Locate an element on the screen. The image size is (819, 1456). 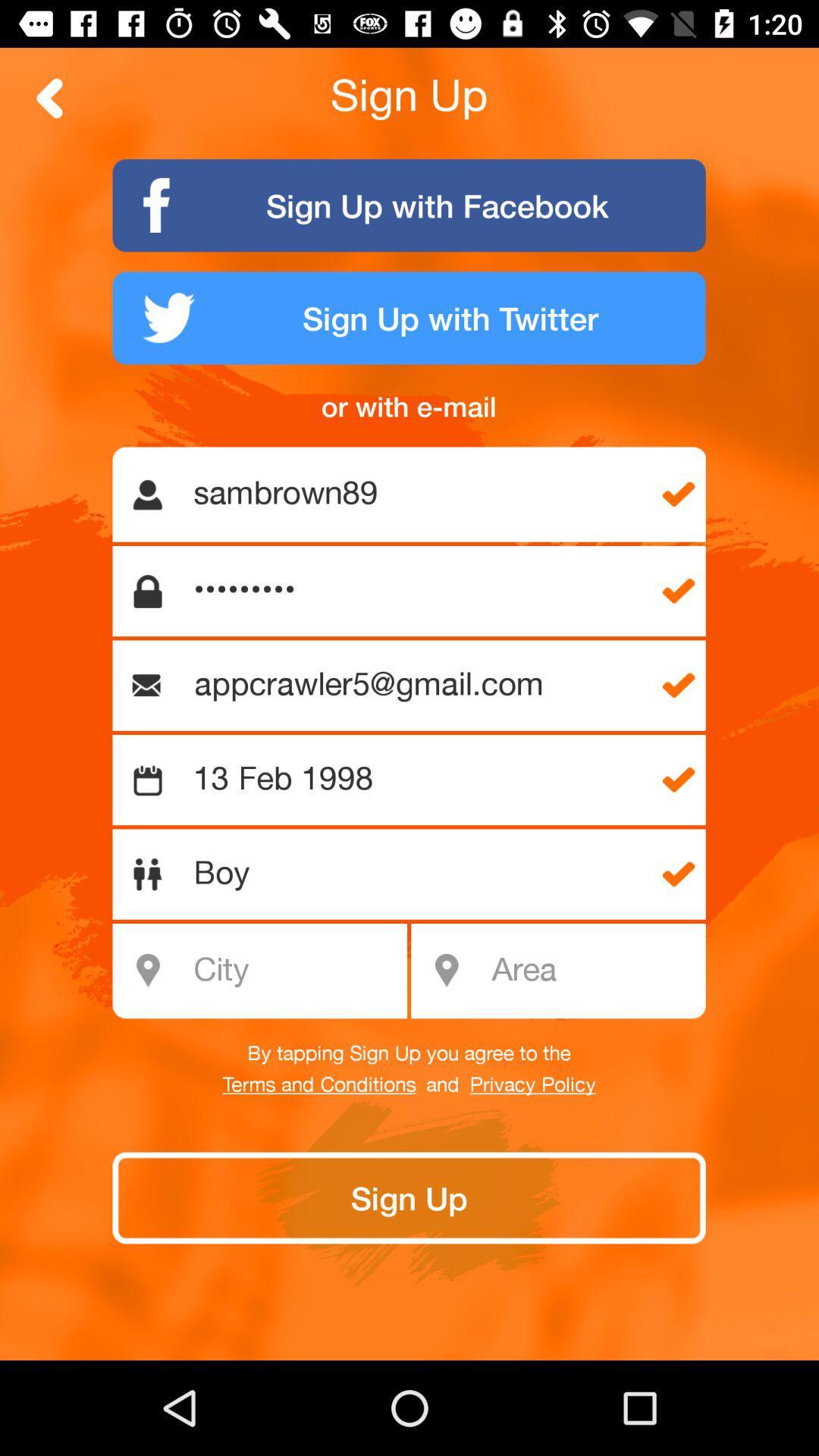
area code is located at coordinates (593, 971).